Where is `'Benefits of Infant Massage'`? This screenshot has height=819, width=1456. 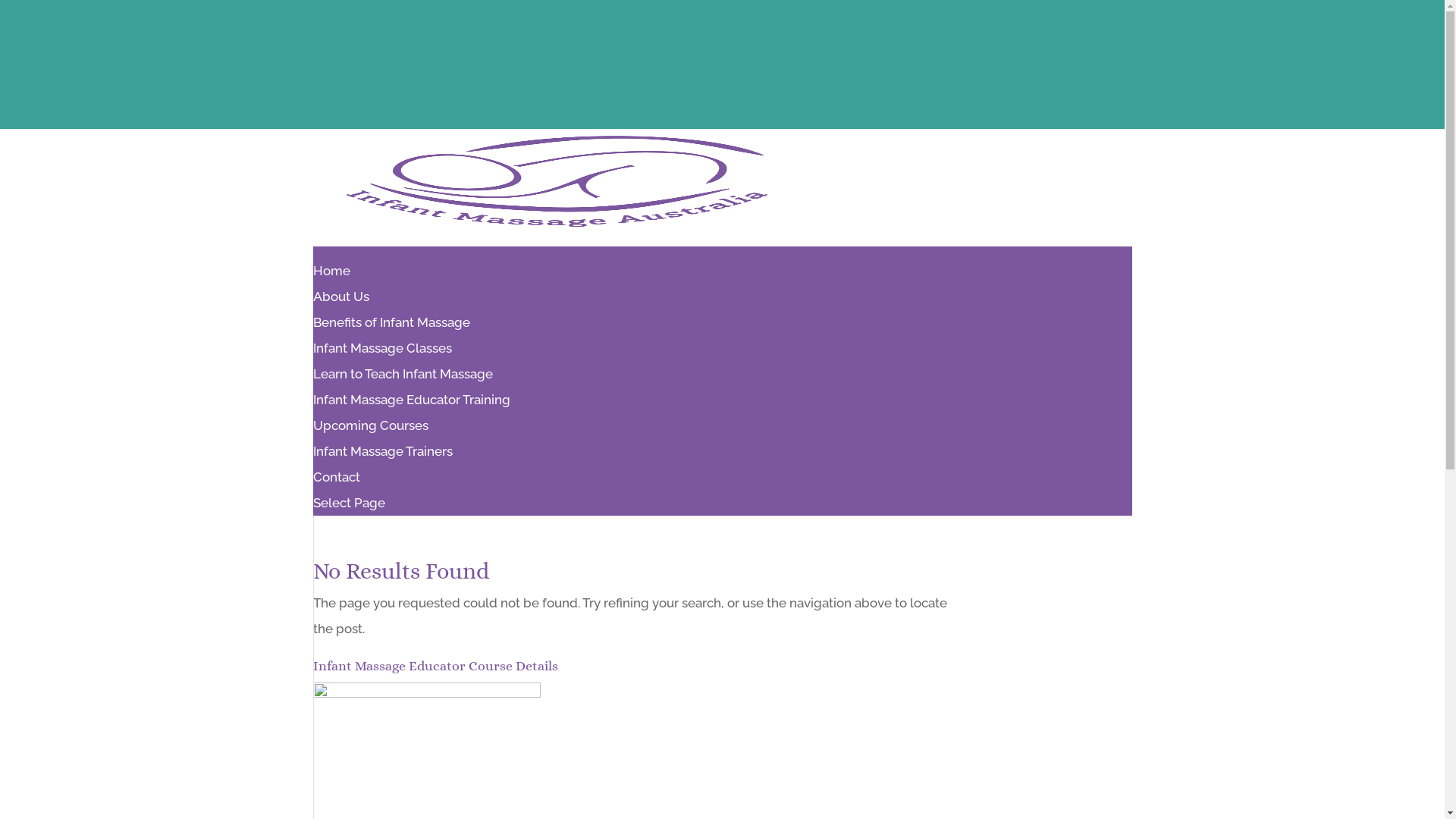 'Benefits of Infant Massage' is located at coordinates (391, 329).